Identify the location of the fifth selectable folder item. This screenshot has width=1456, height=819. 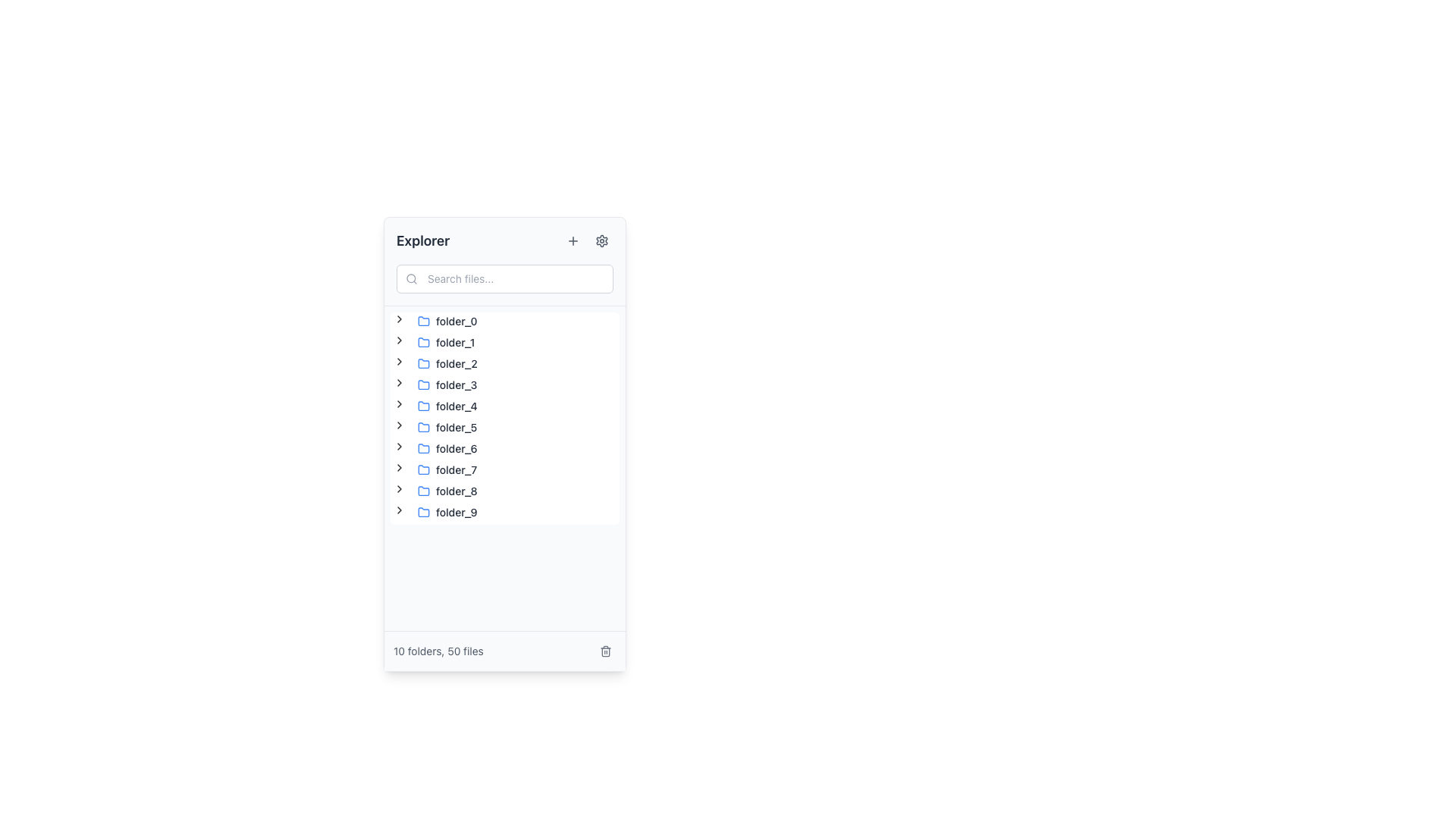
(447, 406).